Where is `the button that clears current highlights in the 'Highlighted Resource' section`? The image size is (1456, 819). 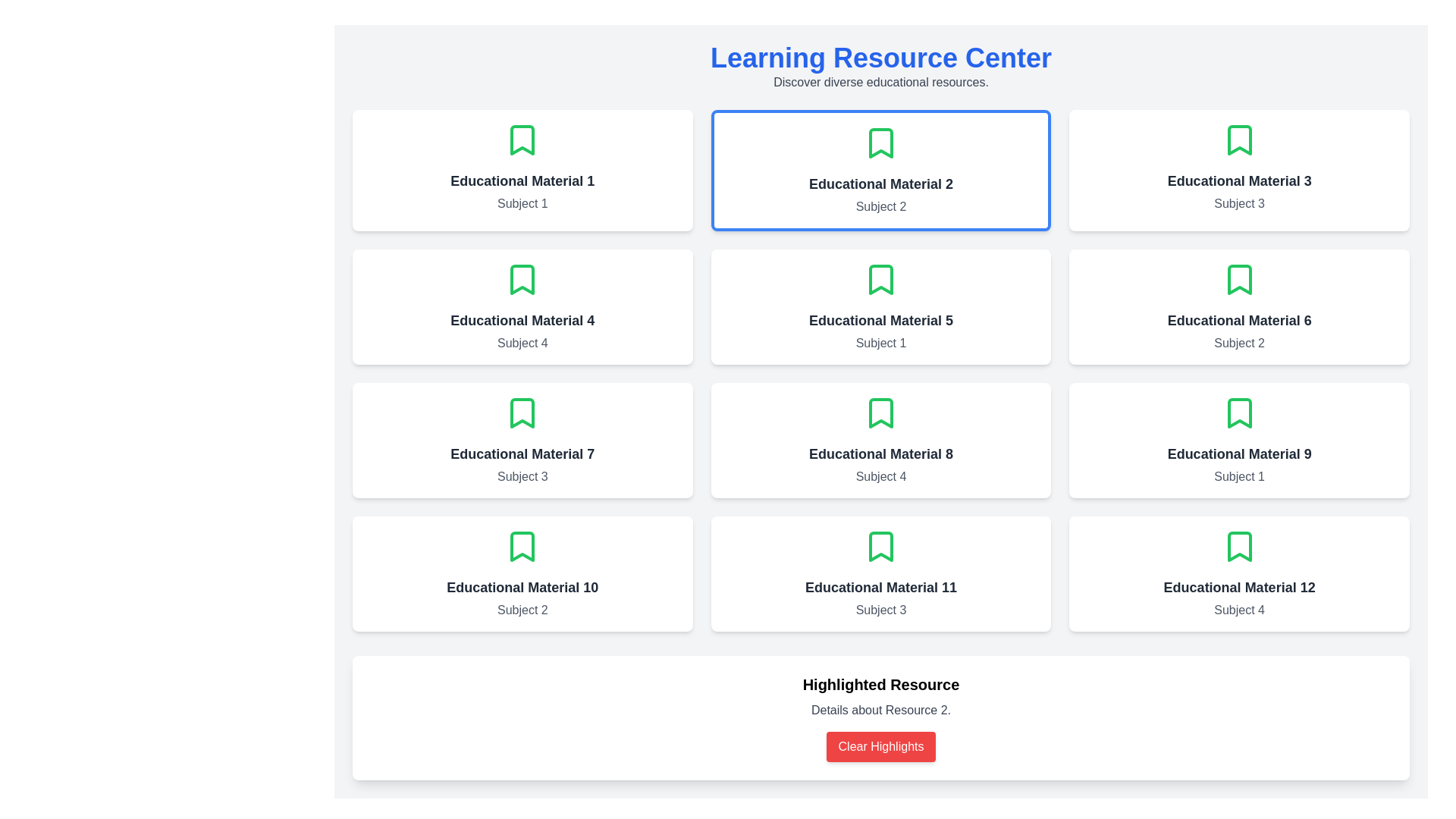
the button that clears current highlights in the 'Highlighted Resource' section is located at coordinates (880, 745).